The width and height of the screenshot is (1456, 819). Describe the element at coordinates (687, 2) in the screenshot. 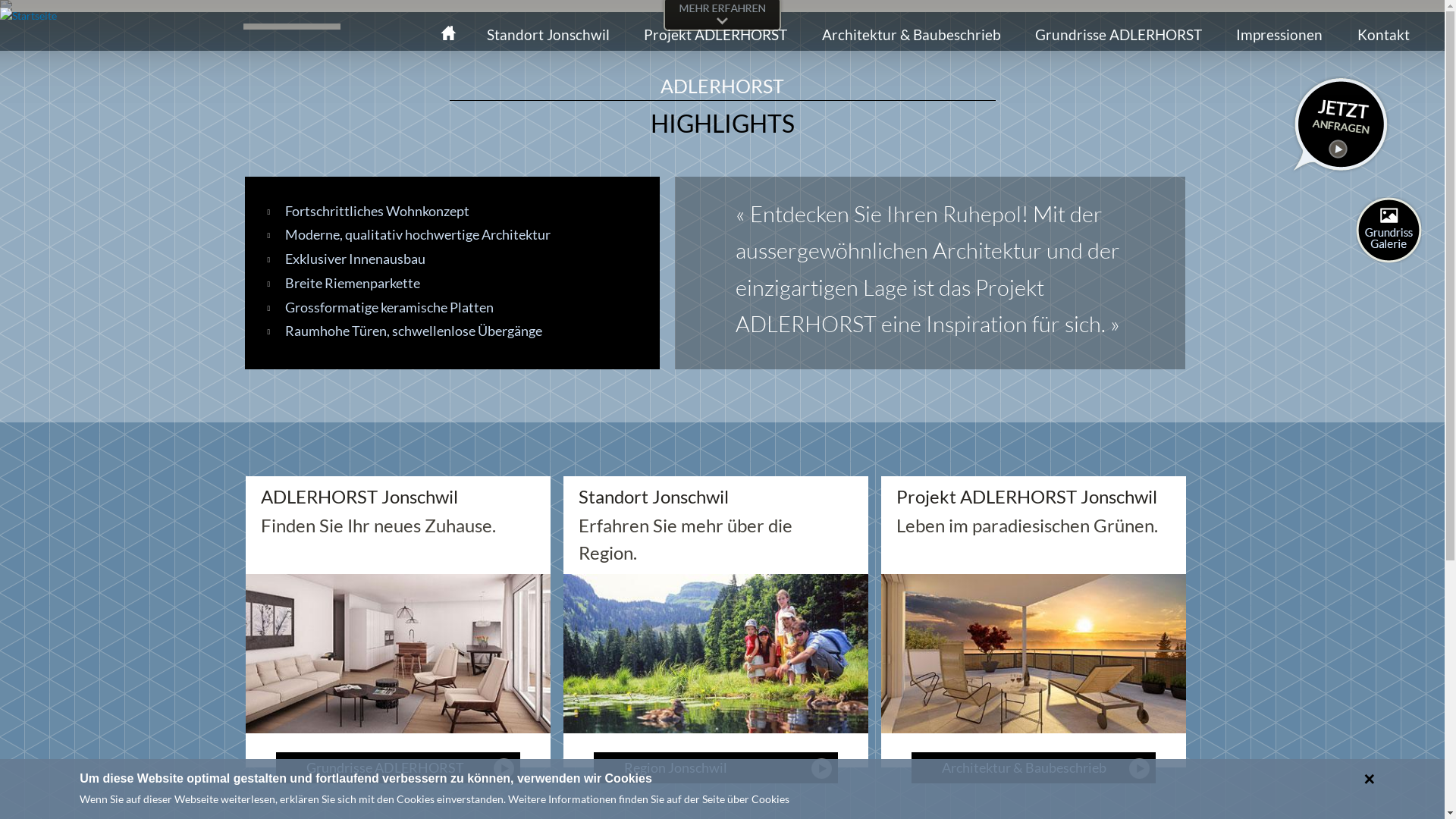

I see `'Direkt zum Inhalt'` at that location.